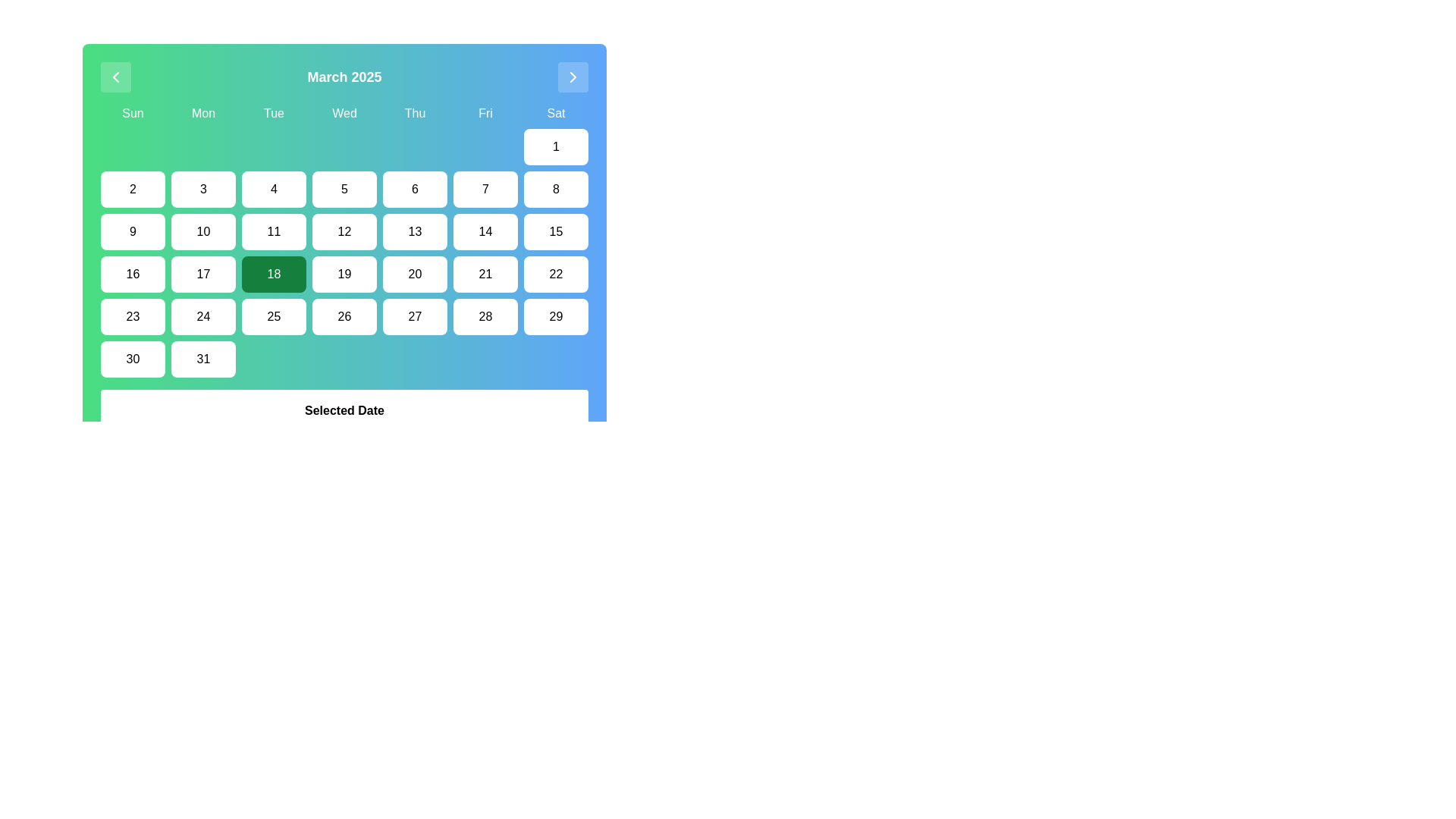  I want to click on the bold text label displaying 'Selected Date', which is positioned above the sibling text 'Tue Mar 18 2025', so click(344, 411).